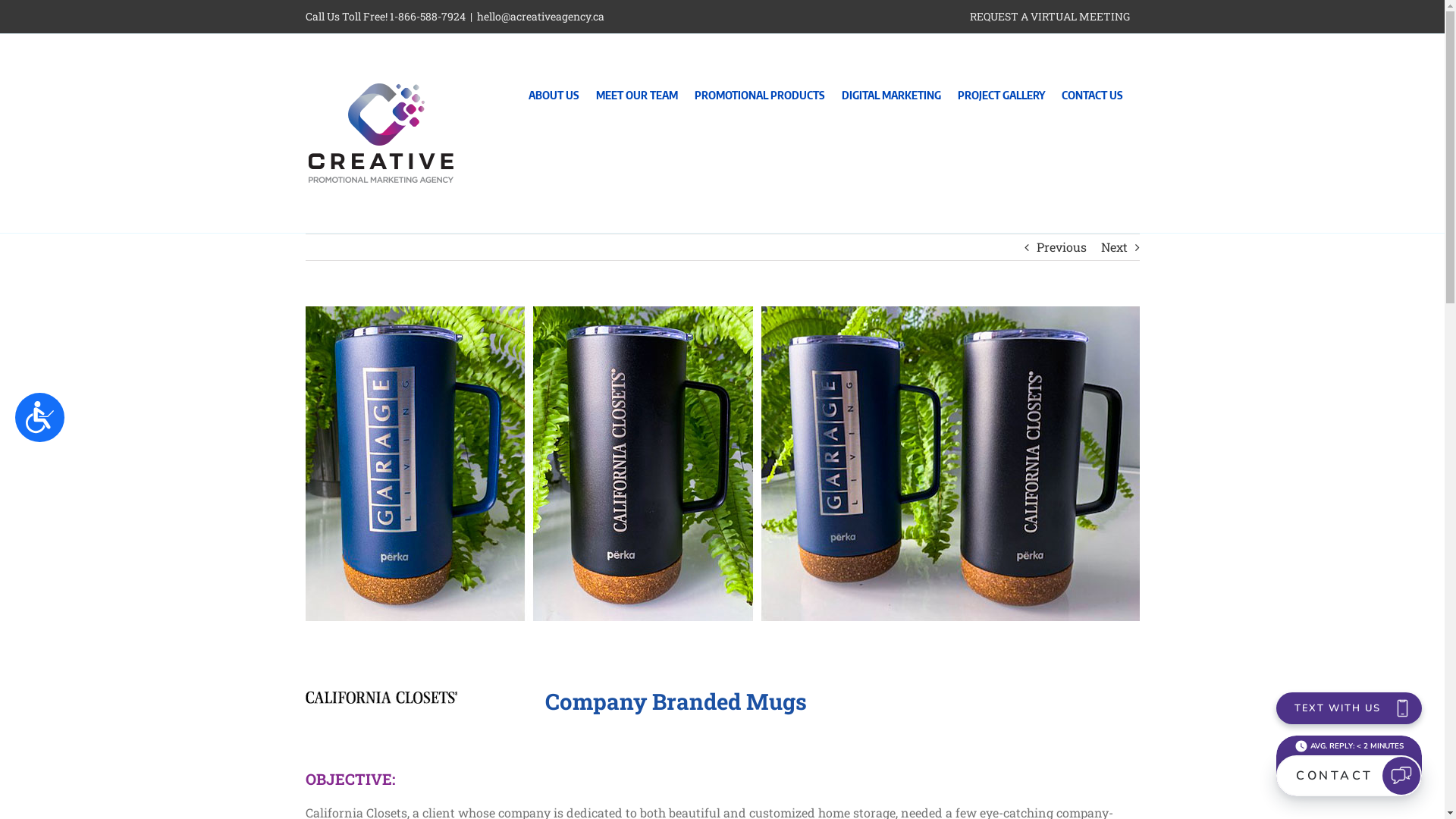  I want to click on 'View Larger Image', so click(720, 463).